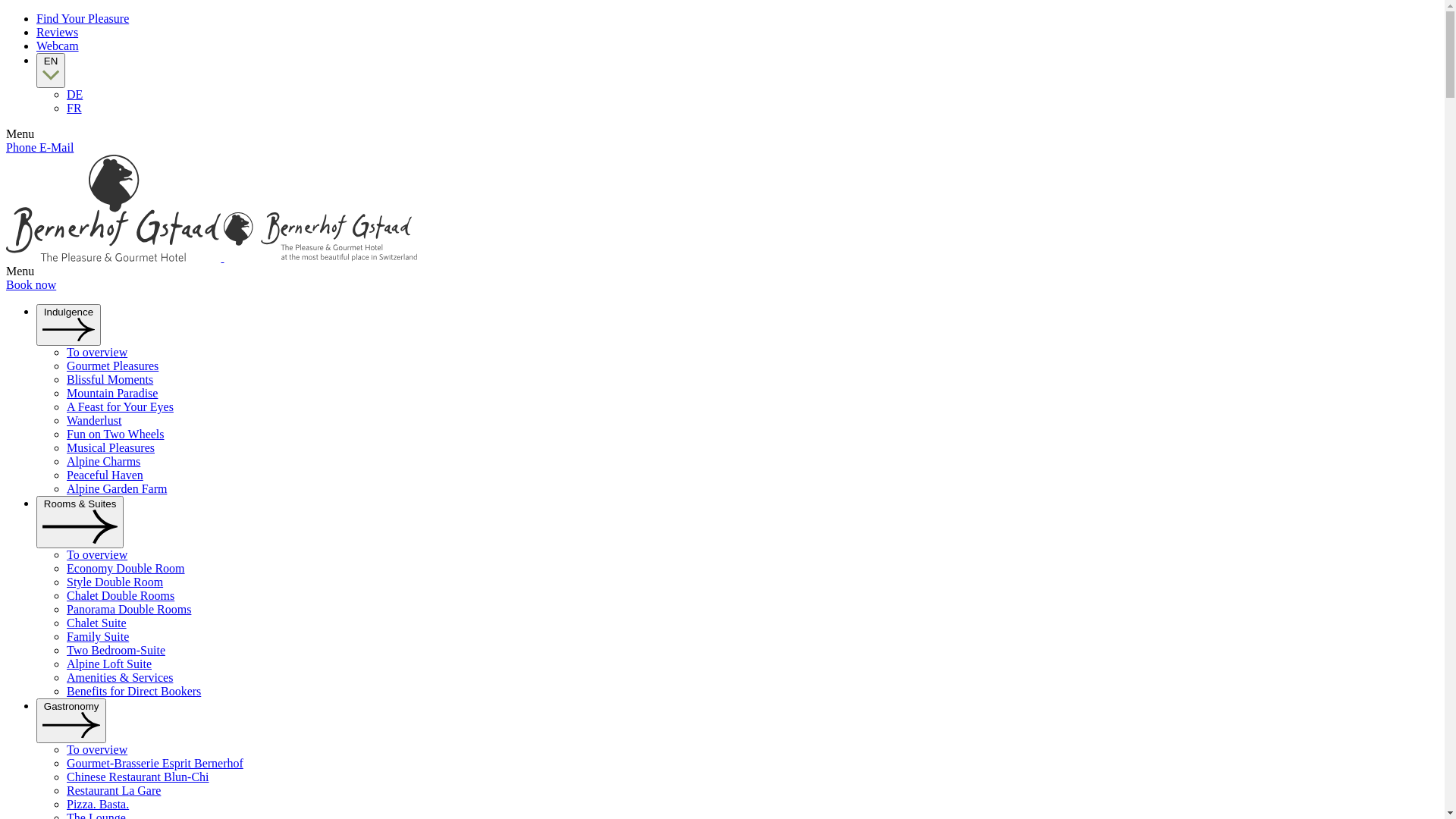 The height and width of the screenshot is (819, 1456). I want to click on 'Book now', so click(31, 284).